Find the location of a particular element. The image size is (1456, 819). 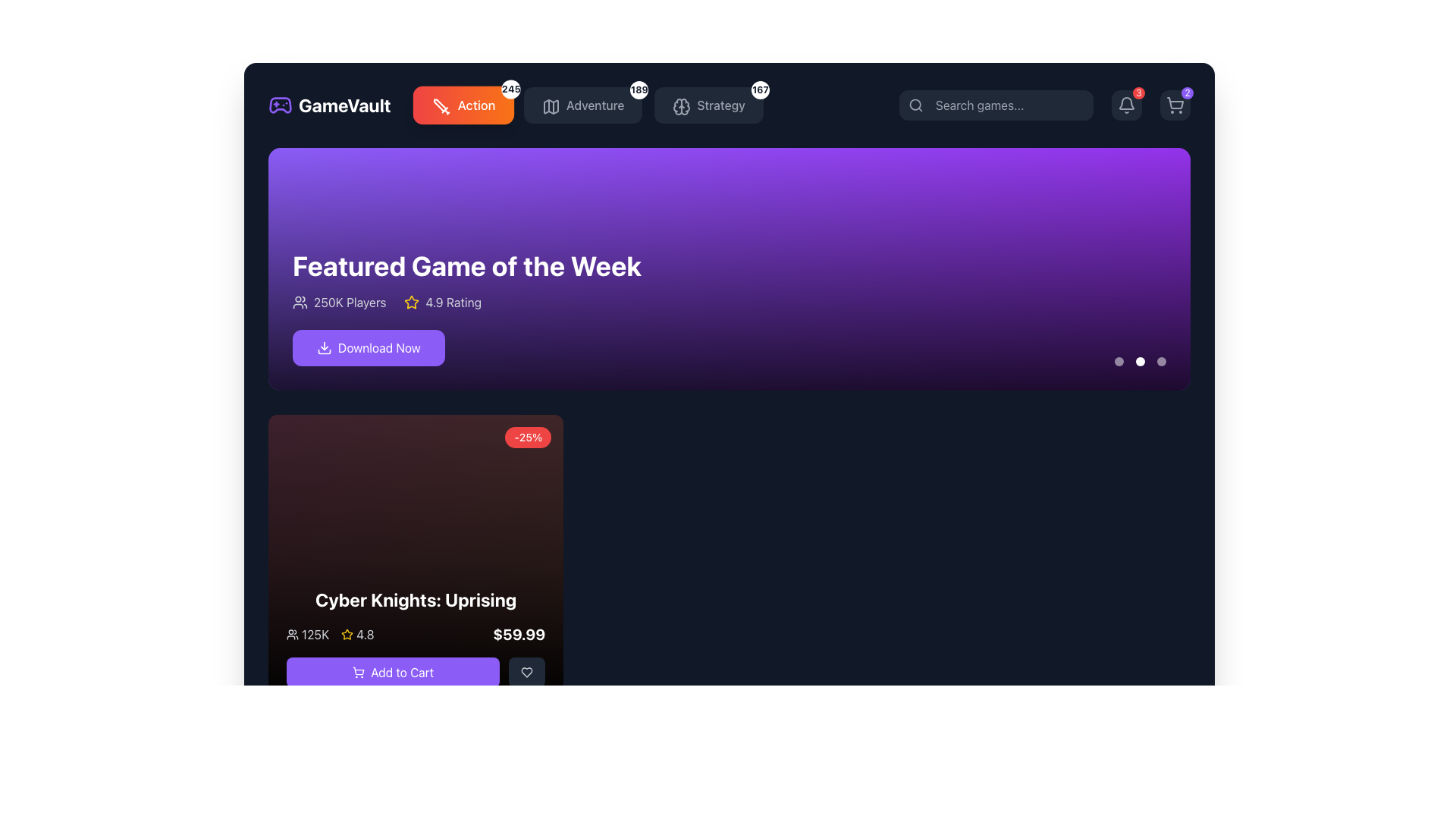

rating information displayed by the combination of an icon and text label showing a rating of 4.9, located to the right of '250K Players' on a purple background is located at coordinates (442, 302).